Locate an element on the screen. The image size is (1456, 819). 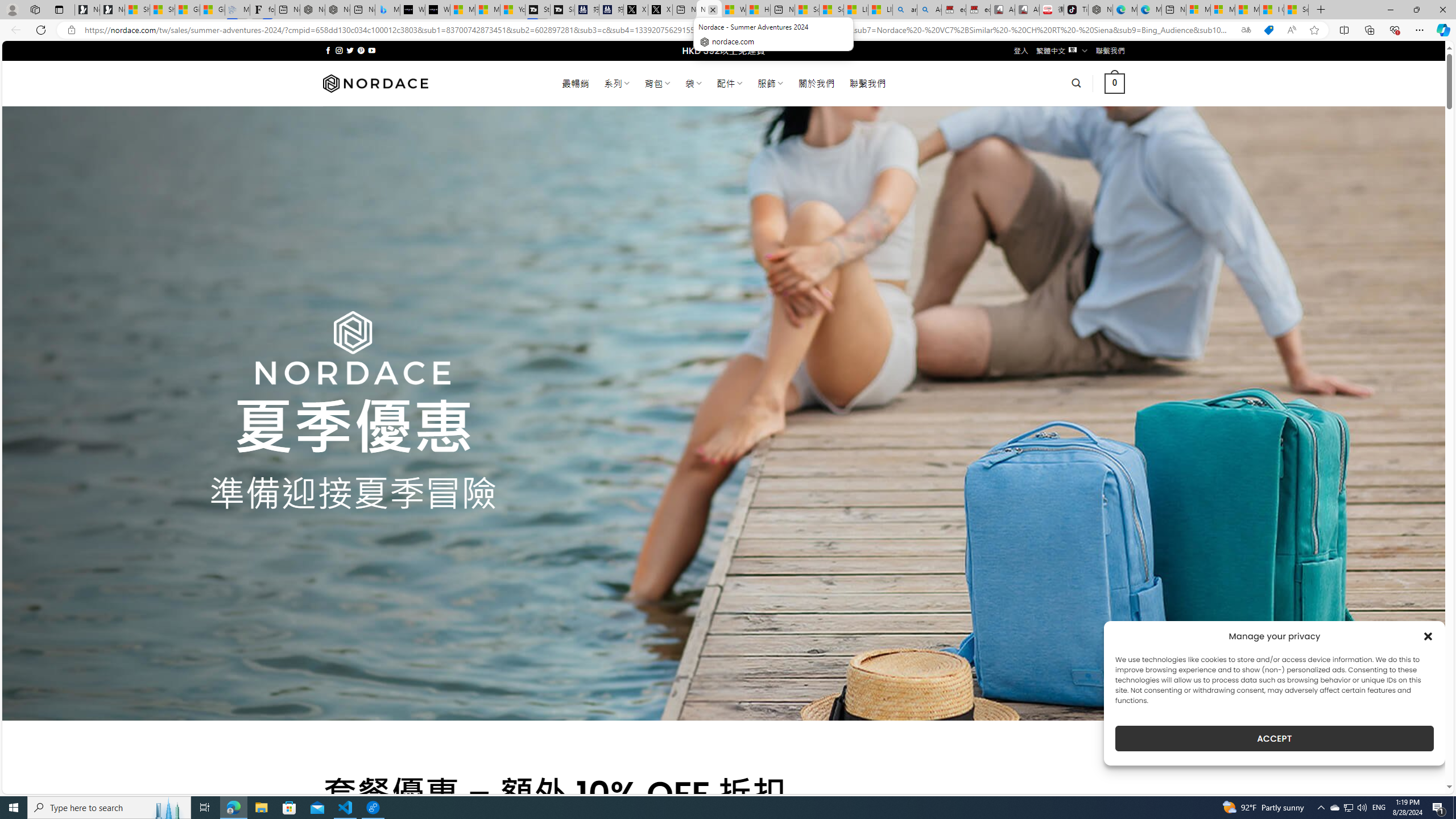
'  0  ' is located at coordinates (1115, 82).